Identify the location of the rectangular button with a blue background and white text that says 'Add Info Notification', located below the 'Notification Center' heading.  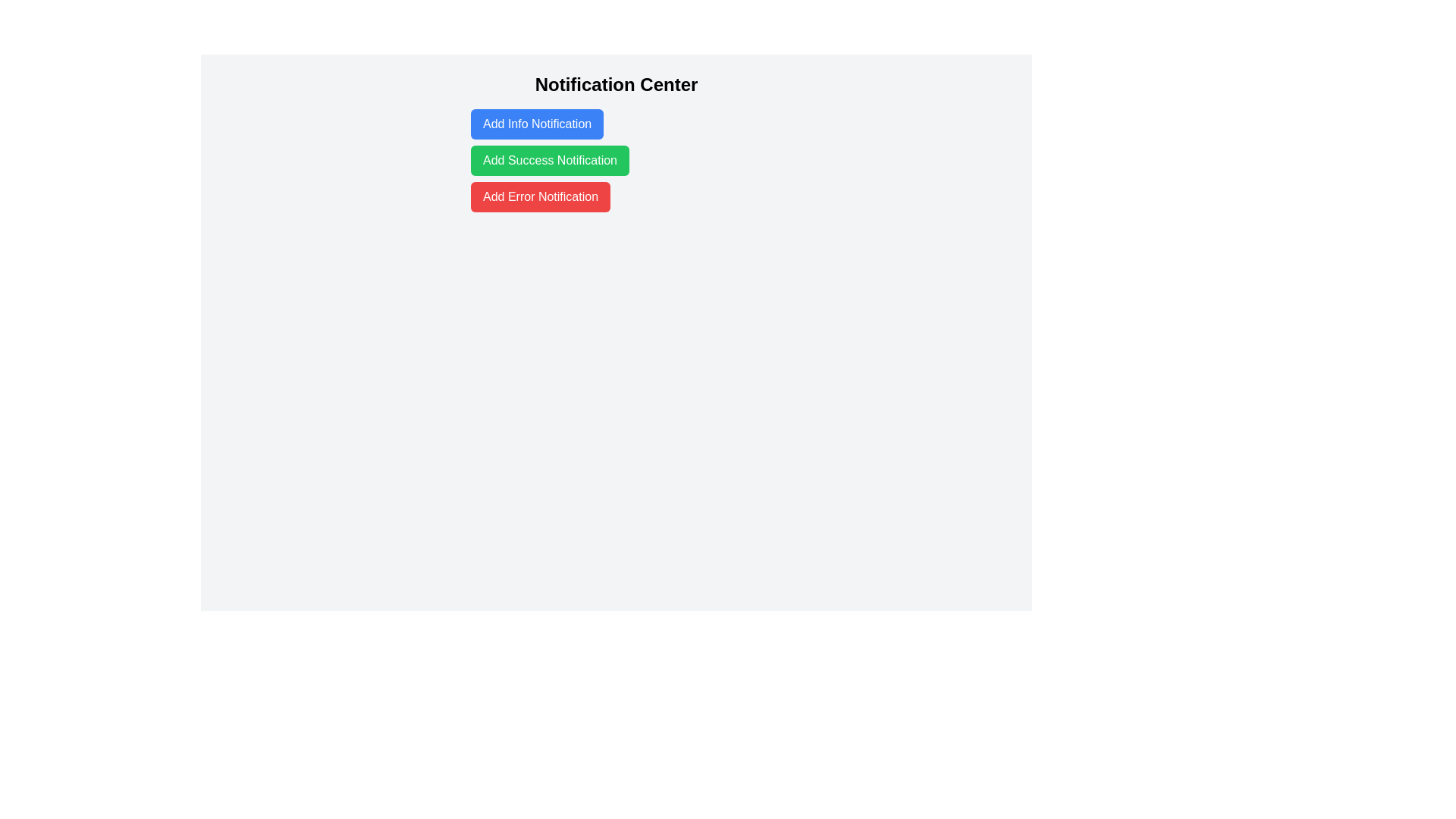
(537, 124).